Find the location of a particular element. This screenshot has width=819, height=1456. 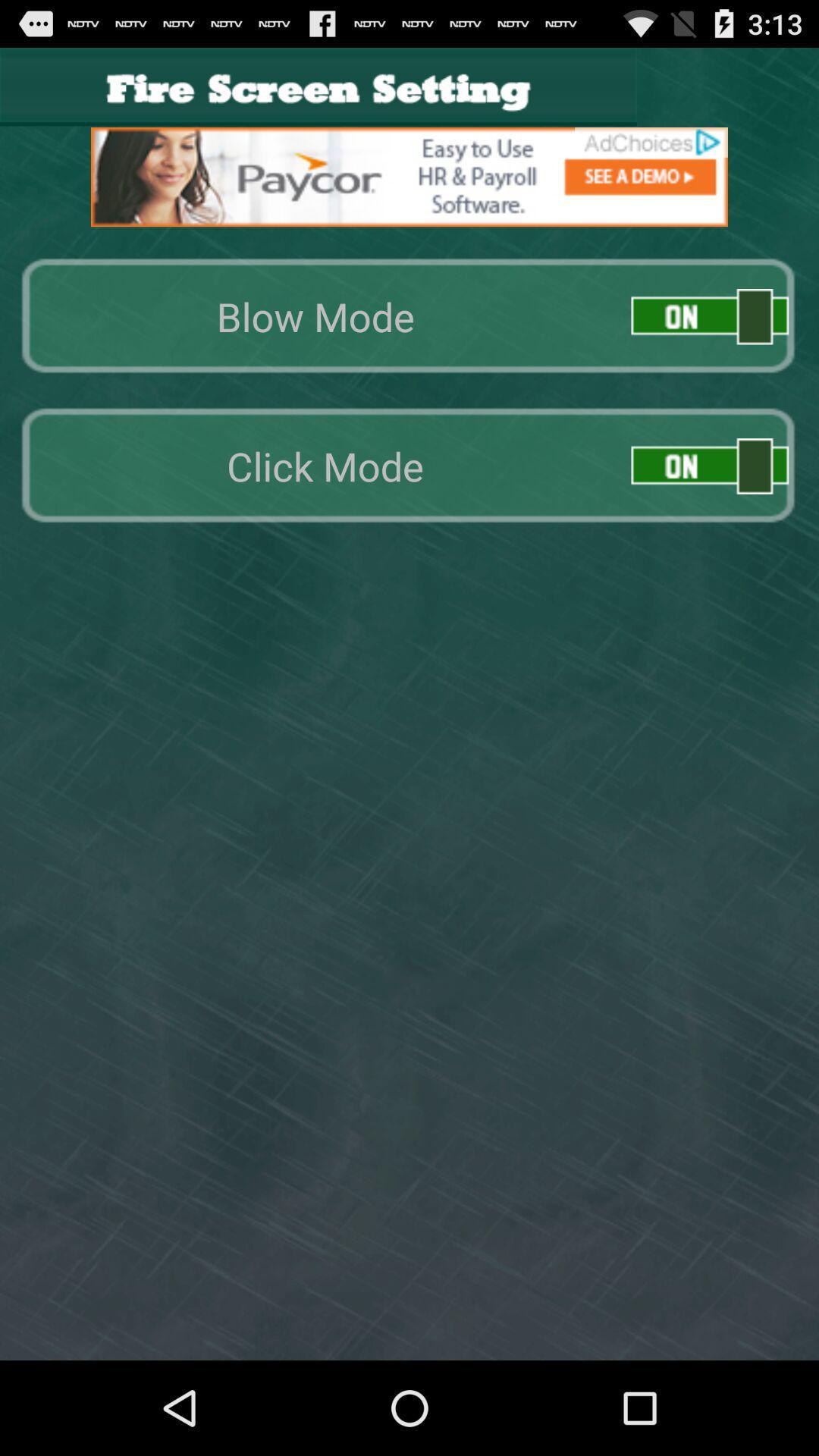

for advertisement is located at coordinates (409, 177).